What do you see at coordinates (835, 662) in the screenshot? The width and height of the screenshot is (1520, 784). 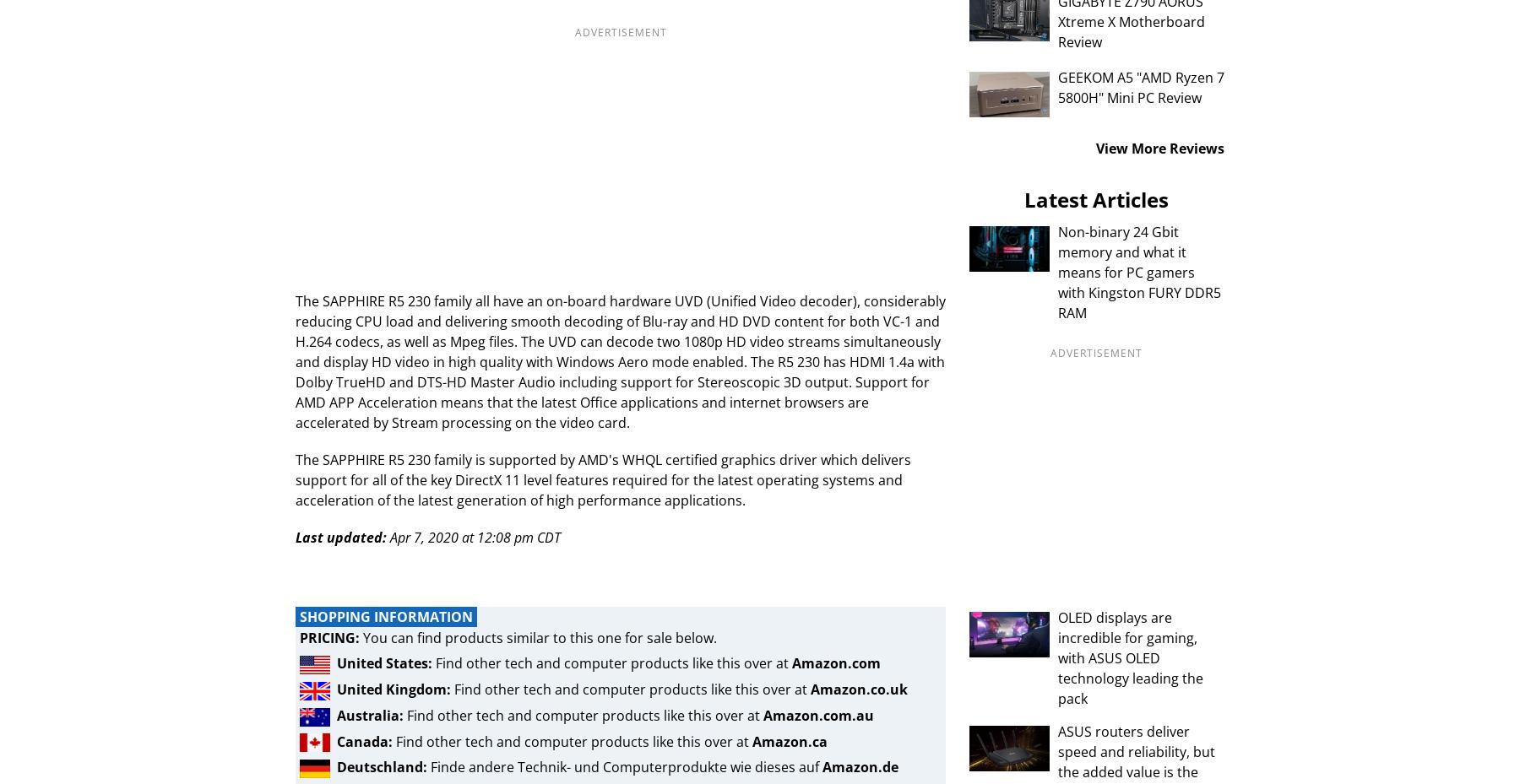 I see `'Amazon.com'` at bounding box center [835, 662].